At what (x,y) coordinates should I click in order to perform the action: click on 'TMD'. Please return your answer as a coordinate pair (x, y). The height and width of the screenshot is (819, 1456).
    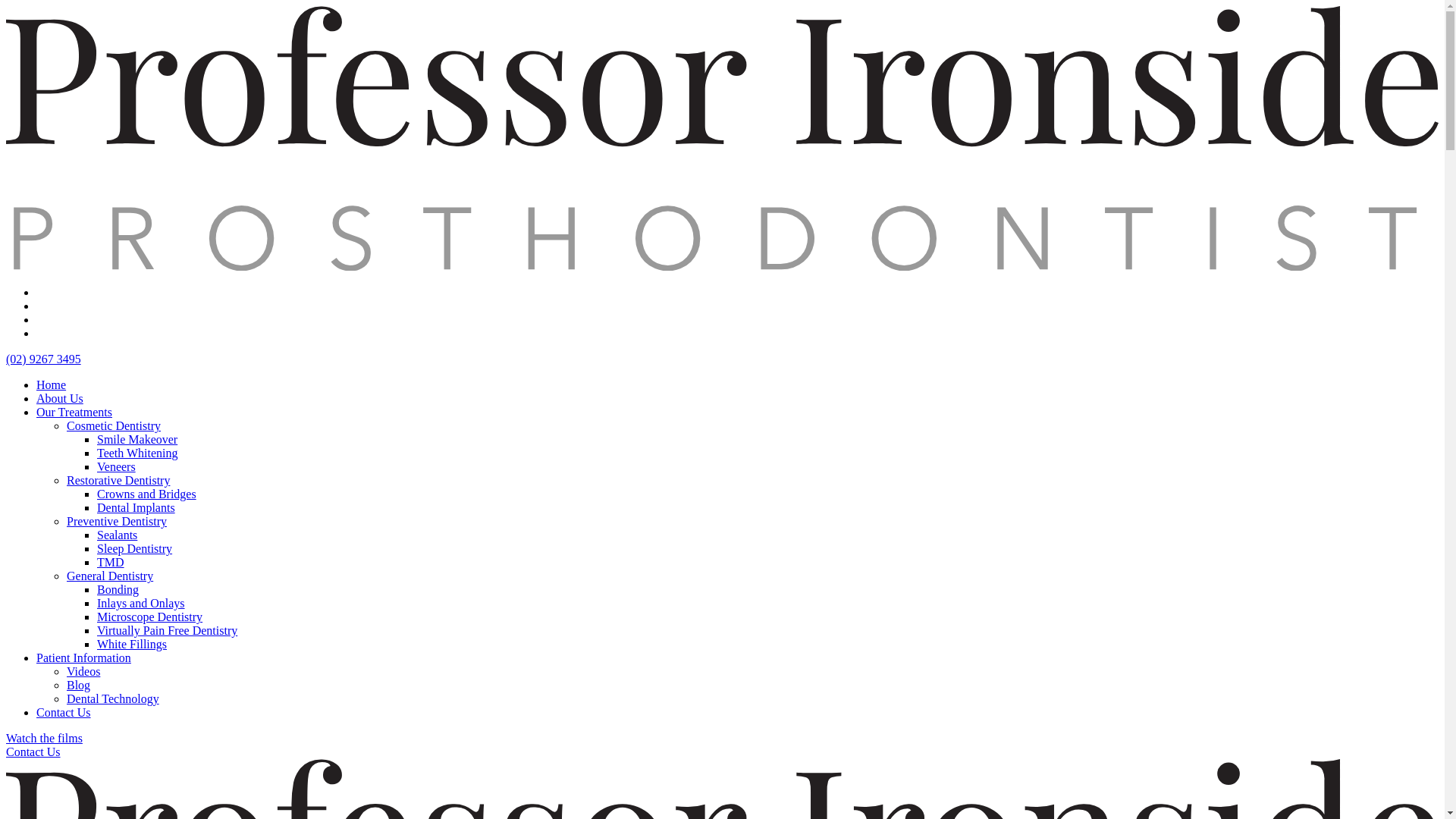
    Looking at the image, I should click on (109, 562).